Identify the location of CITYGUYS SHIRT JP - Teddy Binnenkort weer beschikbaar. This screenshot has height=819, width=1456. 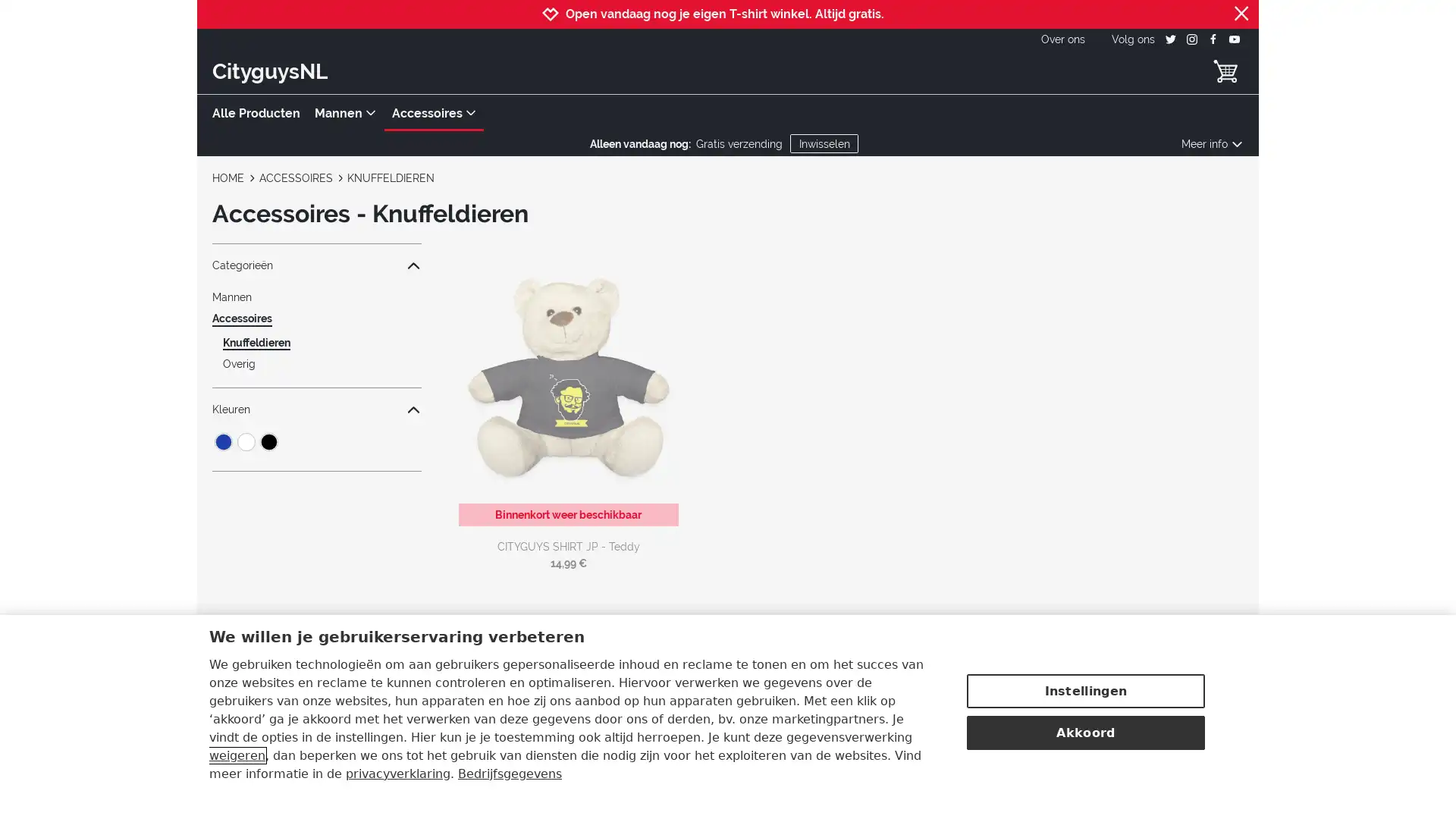
(567, 388).